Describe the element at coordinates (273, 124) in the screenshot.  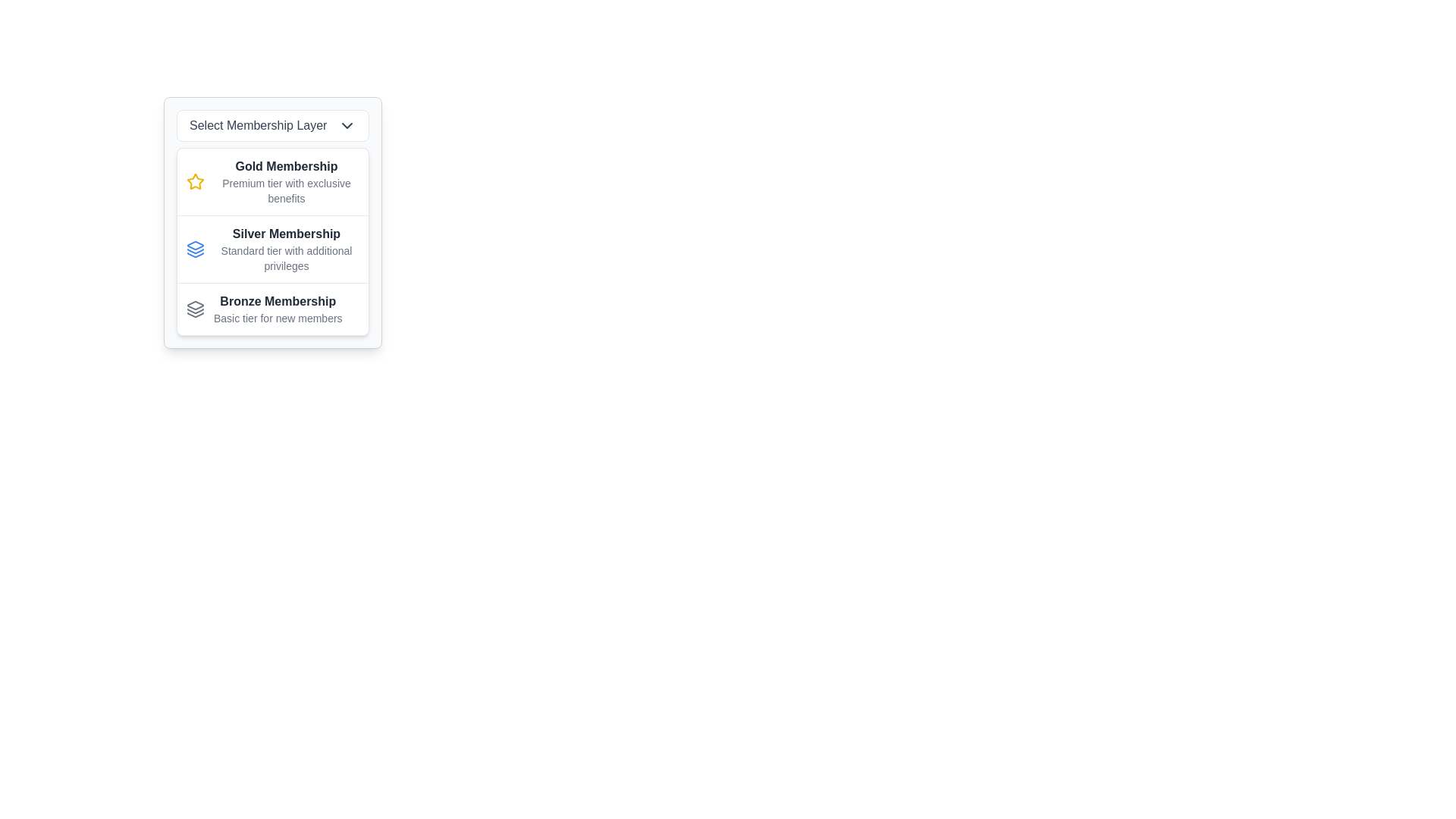
I see `the rectangular dropdown menu labeled 'Select Membership Layer'` at that location.